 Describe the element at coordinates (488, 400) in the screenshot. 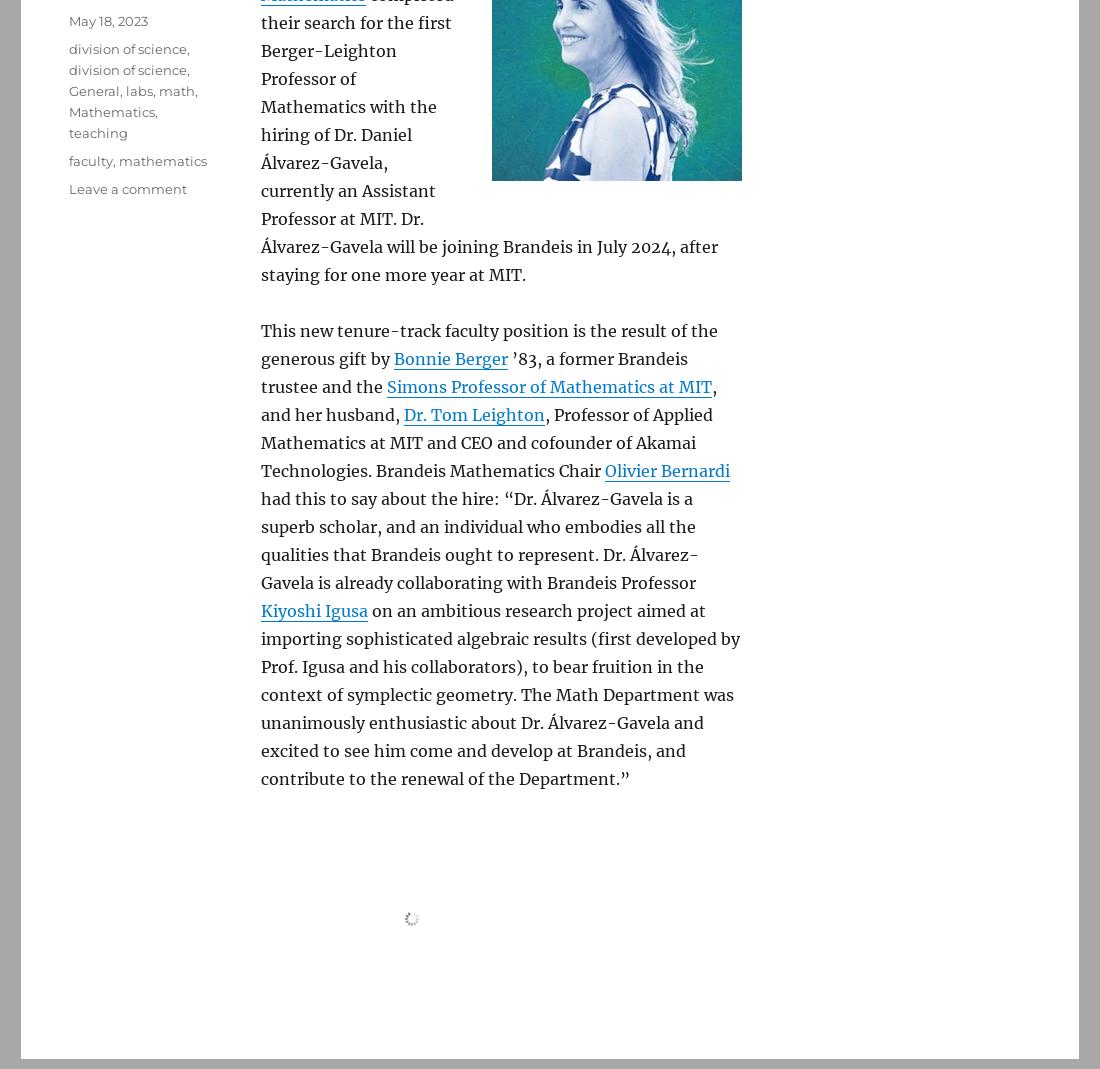

I see `', and her husband,'` at that location.